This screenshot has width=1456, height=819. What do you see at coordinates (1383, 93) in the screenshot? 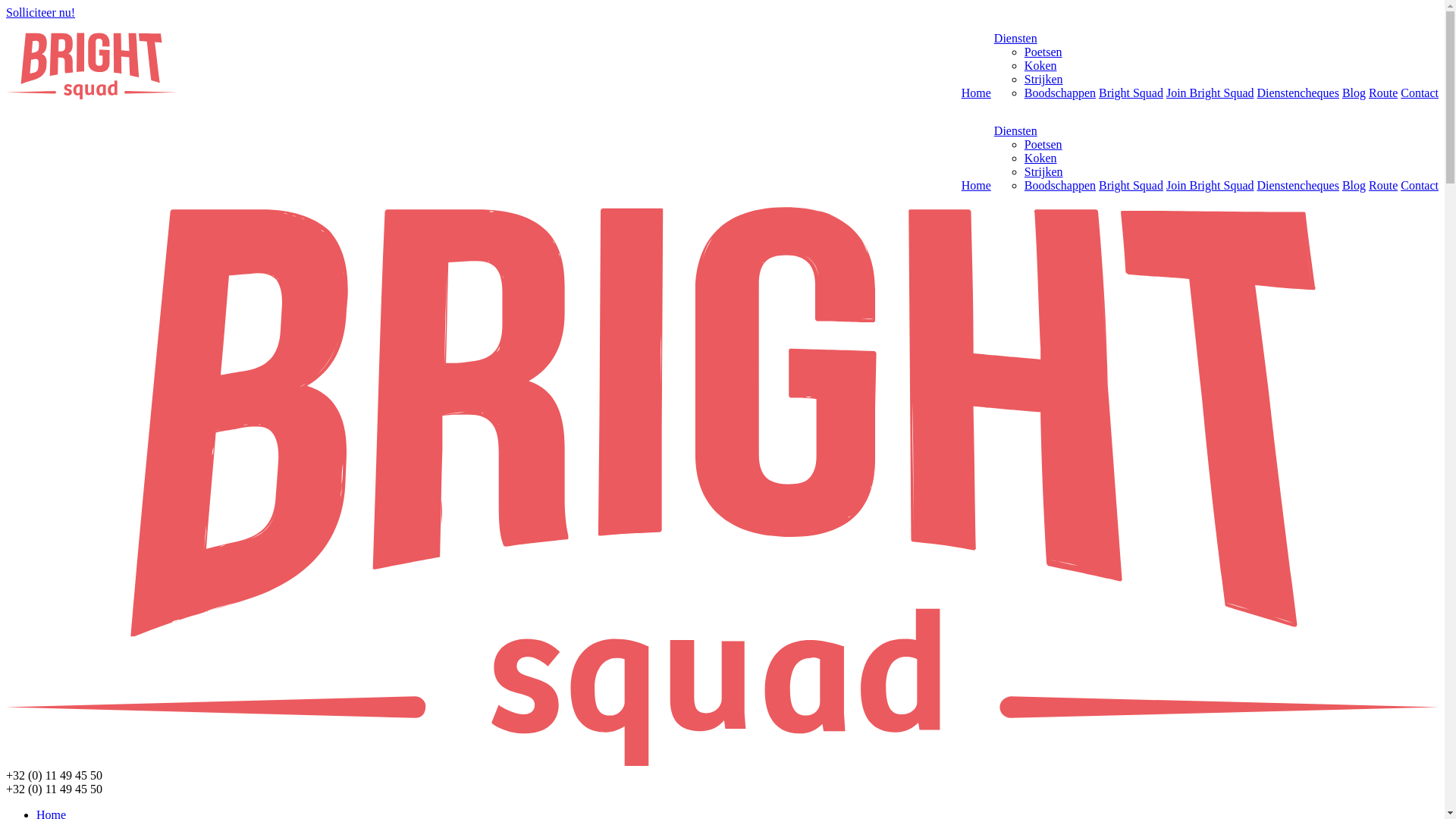
I see `'Route'` at bounding box center [1383, 93].